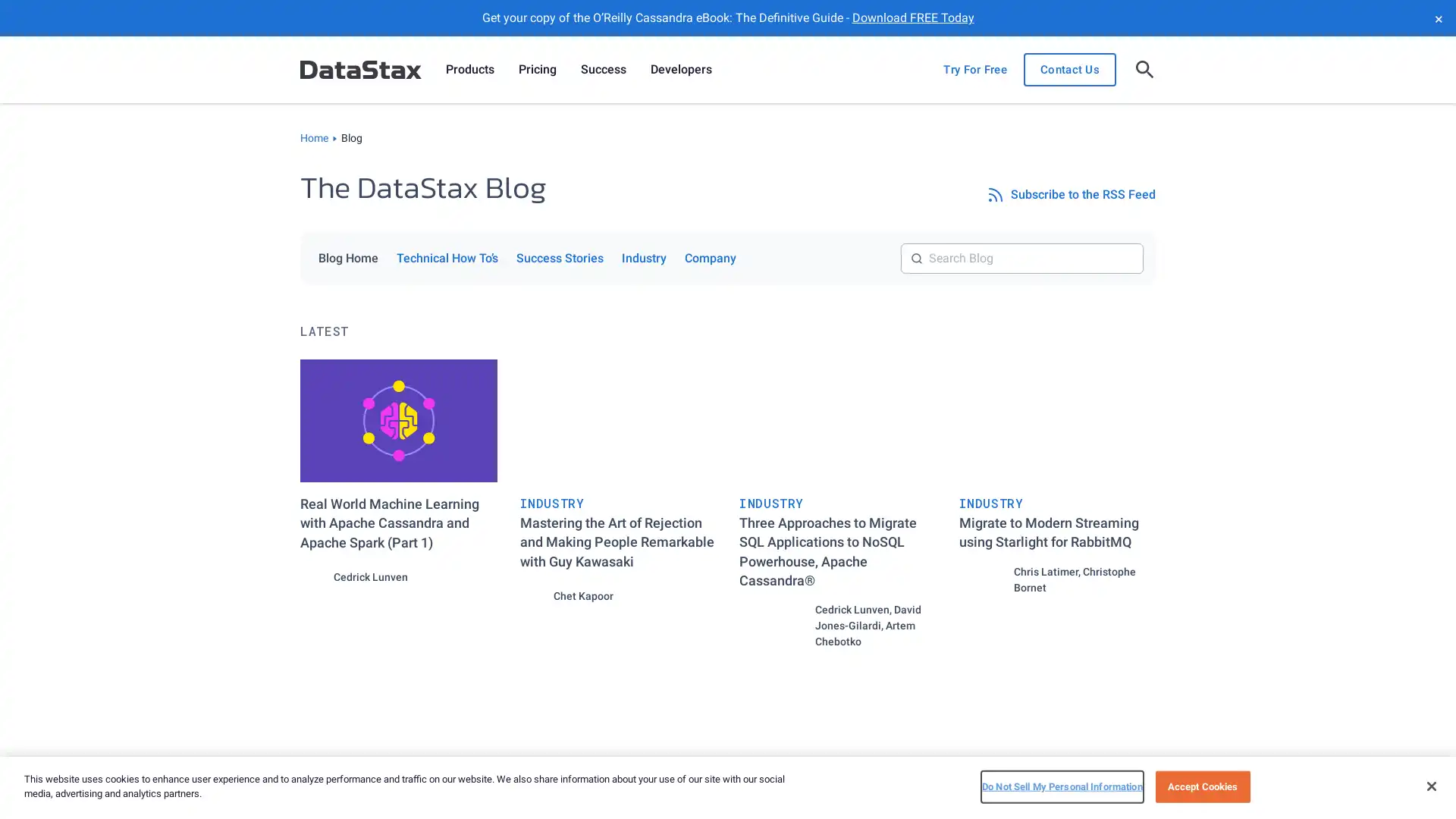  What do you see at coordinates (1143, 242) in the screenshot?
I see `Search` at bounding box center [1143, 242].